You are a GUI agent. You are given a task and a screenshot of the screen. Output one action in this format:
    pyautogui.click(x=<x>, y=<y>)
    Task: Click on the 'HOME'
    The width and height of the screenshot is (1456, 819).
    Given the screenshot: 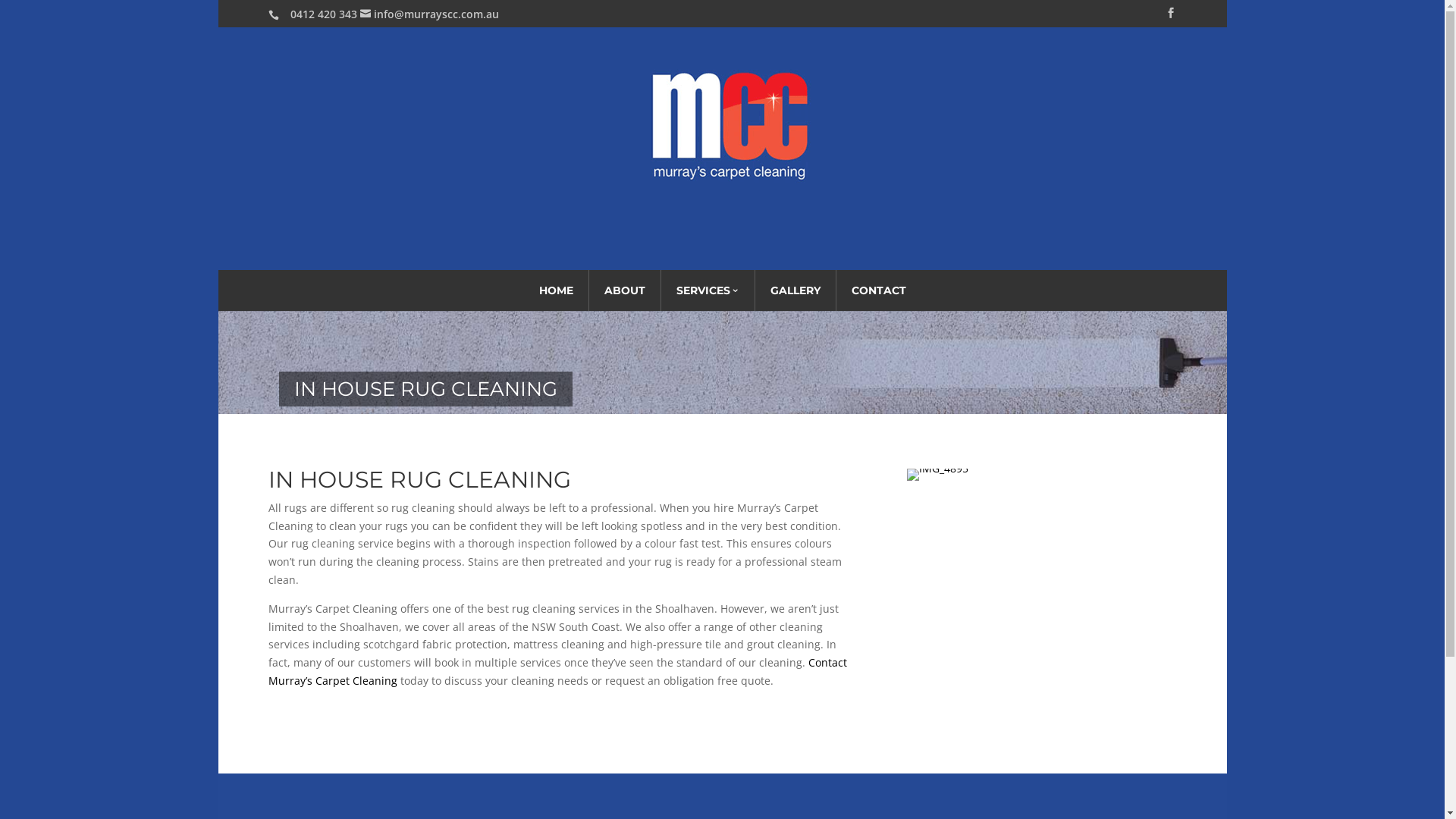 What is the action you would take?
    pyautogui.click(x=554, y=290)
    